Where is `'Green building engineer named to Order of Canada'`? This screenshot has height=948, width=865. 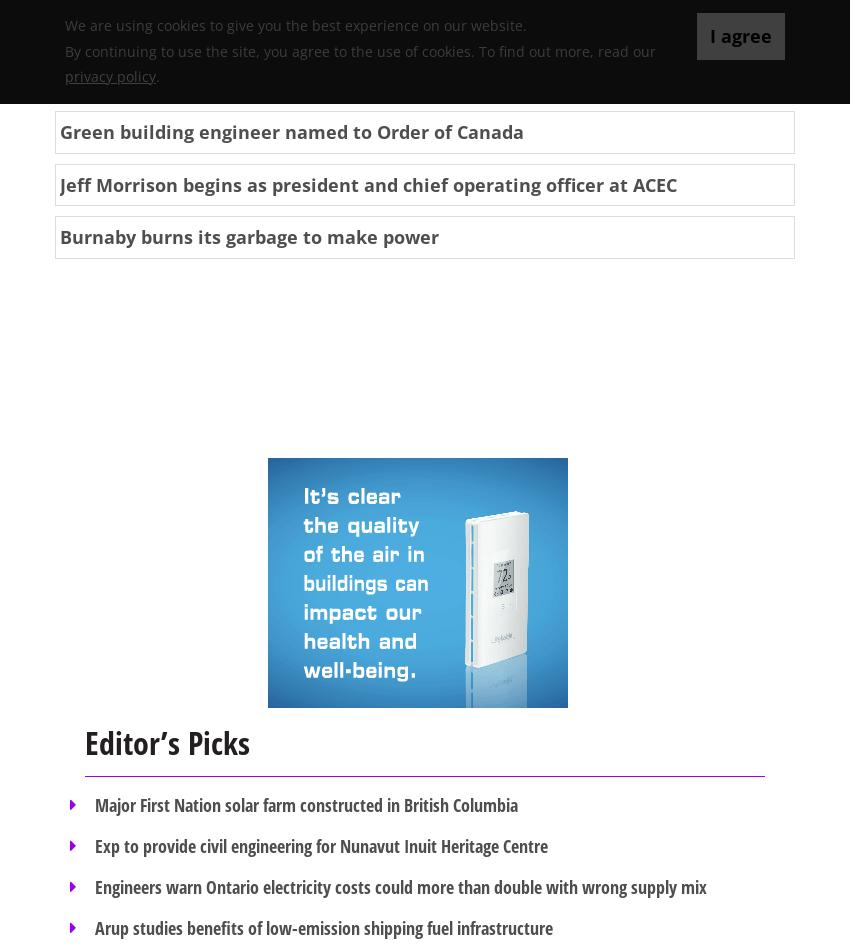 'Green building engineer named to Order of Canada' is located at coordinates (292, 130).